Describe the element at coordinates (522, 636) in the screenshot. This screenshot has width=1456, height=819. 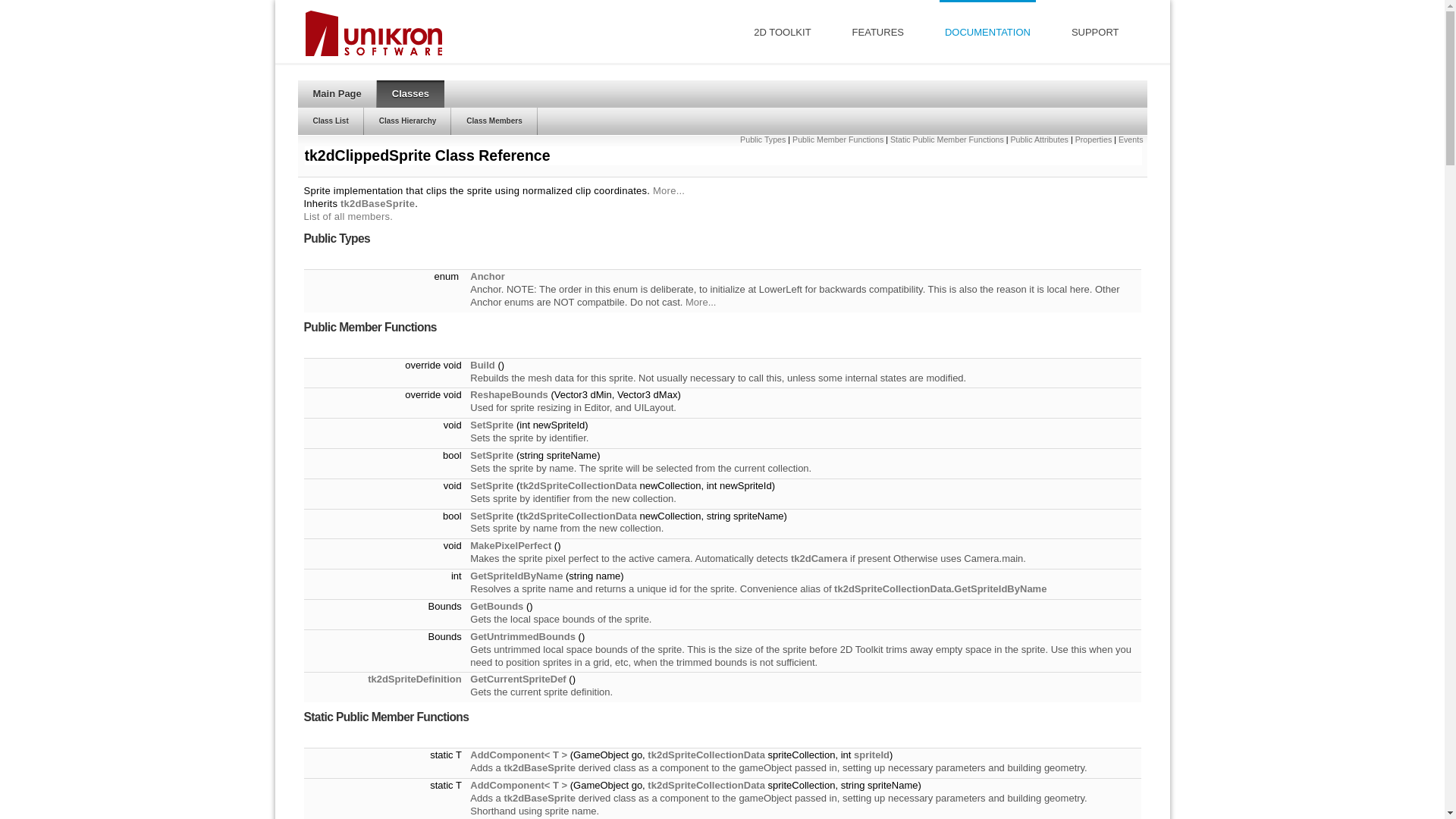
I see `'GetUntrimmedBounds'` at that location.